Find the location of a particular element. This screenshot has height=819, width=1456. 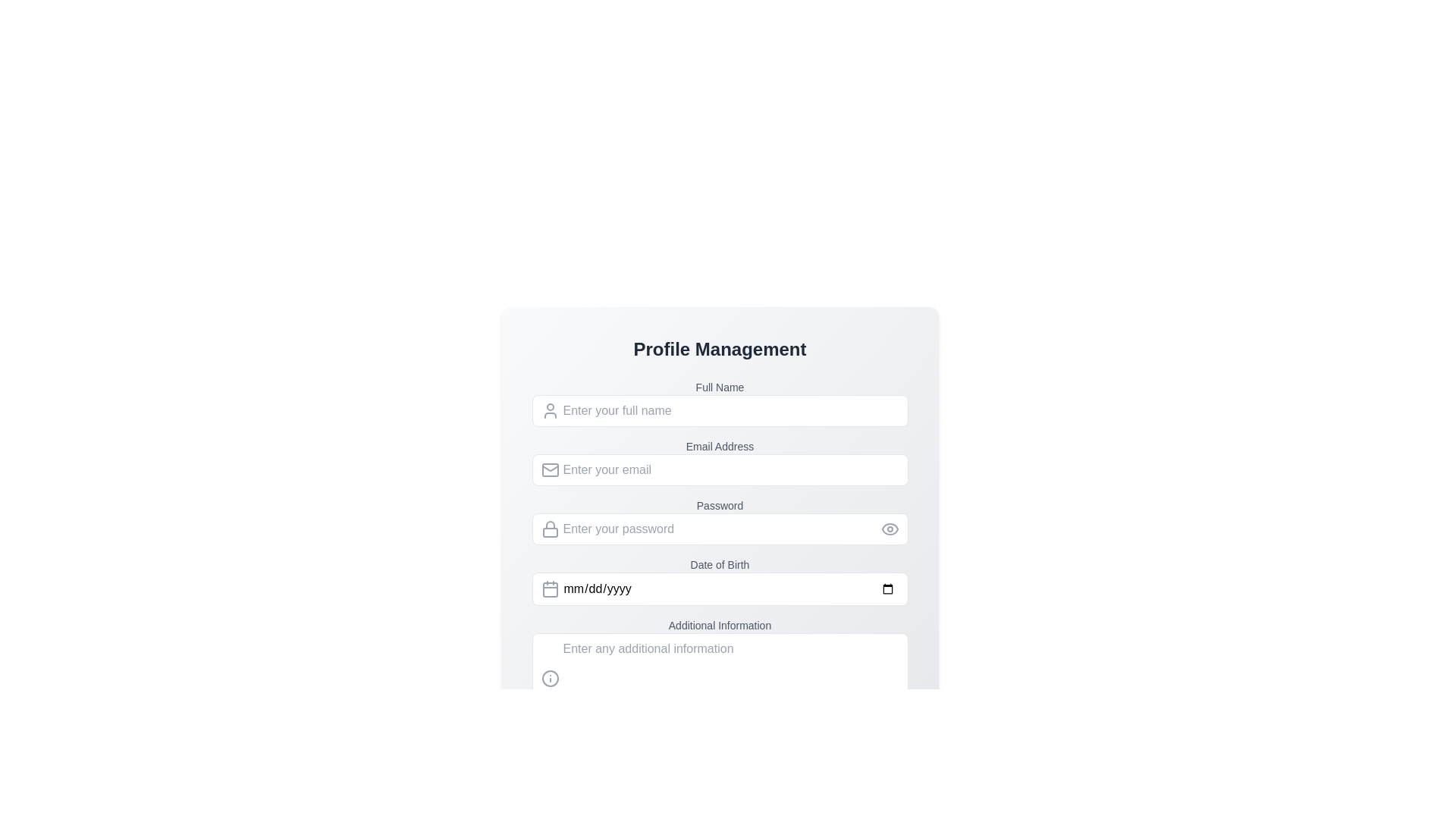

the graphical SVG component of the envelope icon that visually represents the email address field in the profile management form is located at coordinates (549, 469).